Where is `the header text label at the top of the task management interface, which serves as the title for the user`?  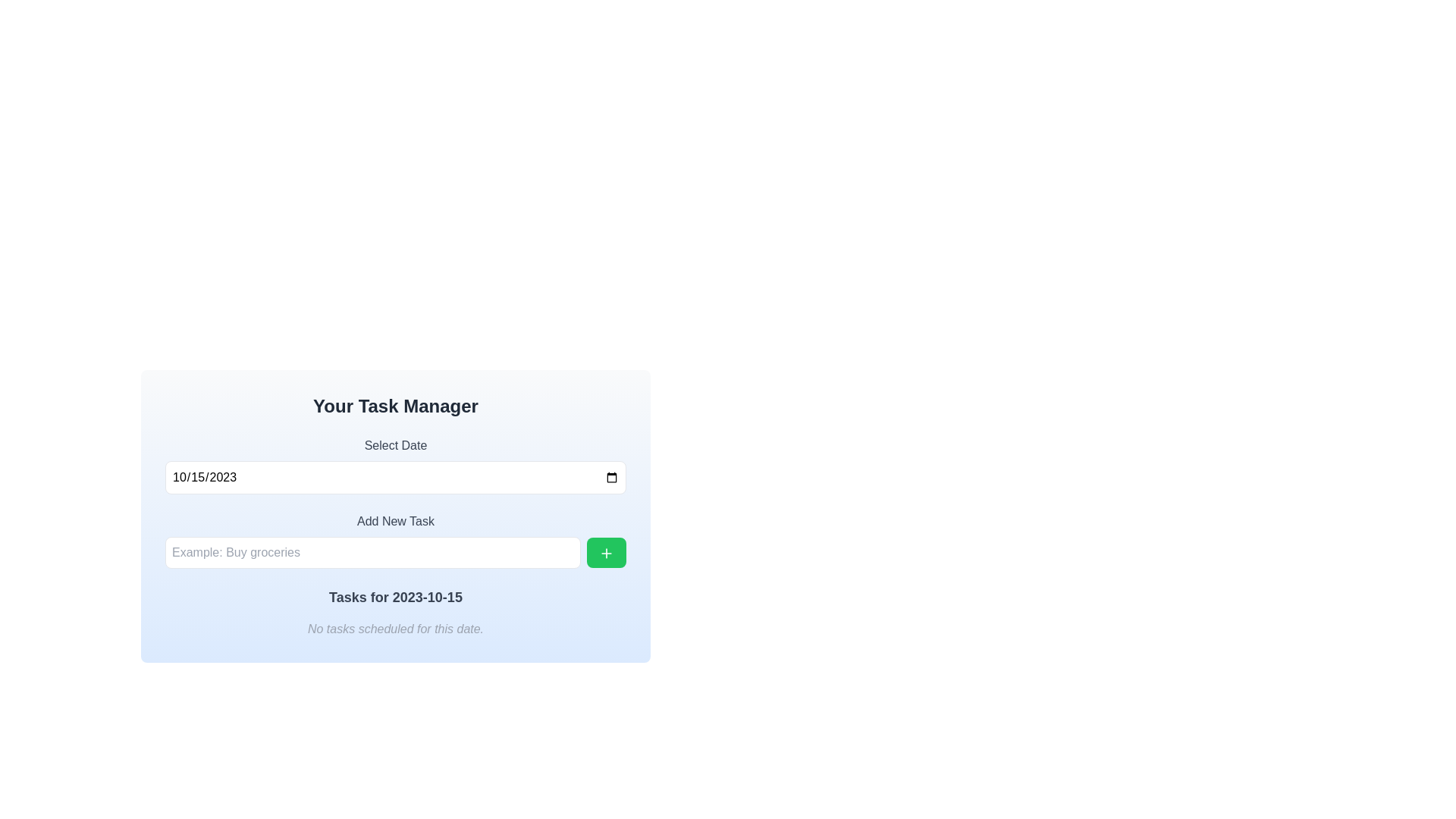
the header text label at the top of the task management interface, which serves as the title for the user is located at coordinates (396, 406).